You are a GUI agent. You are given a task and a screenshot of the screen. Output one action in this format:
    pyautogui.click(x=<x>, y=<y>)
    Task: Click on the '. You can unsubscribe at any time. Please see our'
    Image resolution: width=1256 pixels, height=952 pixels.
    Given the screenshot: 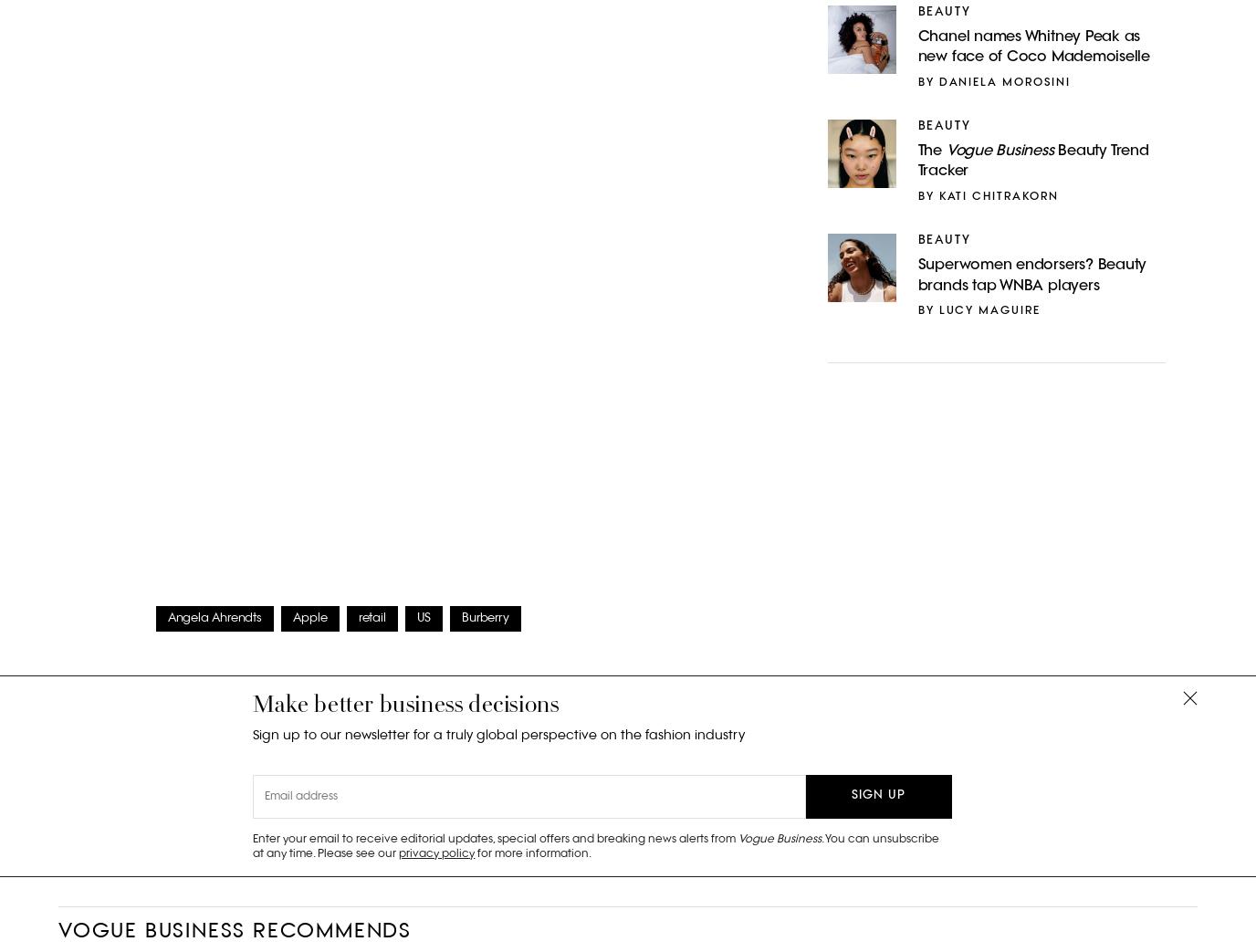 What is the action you would take?
    pyautogui.click(x=596, y=845)
    